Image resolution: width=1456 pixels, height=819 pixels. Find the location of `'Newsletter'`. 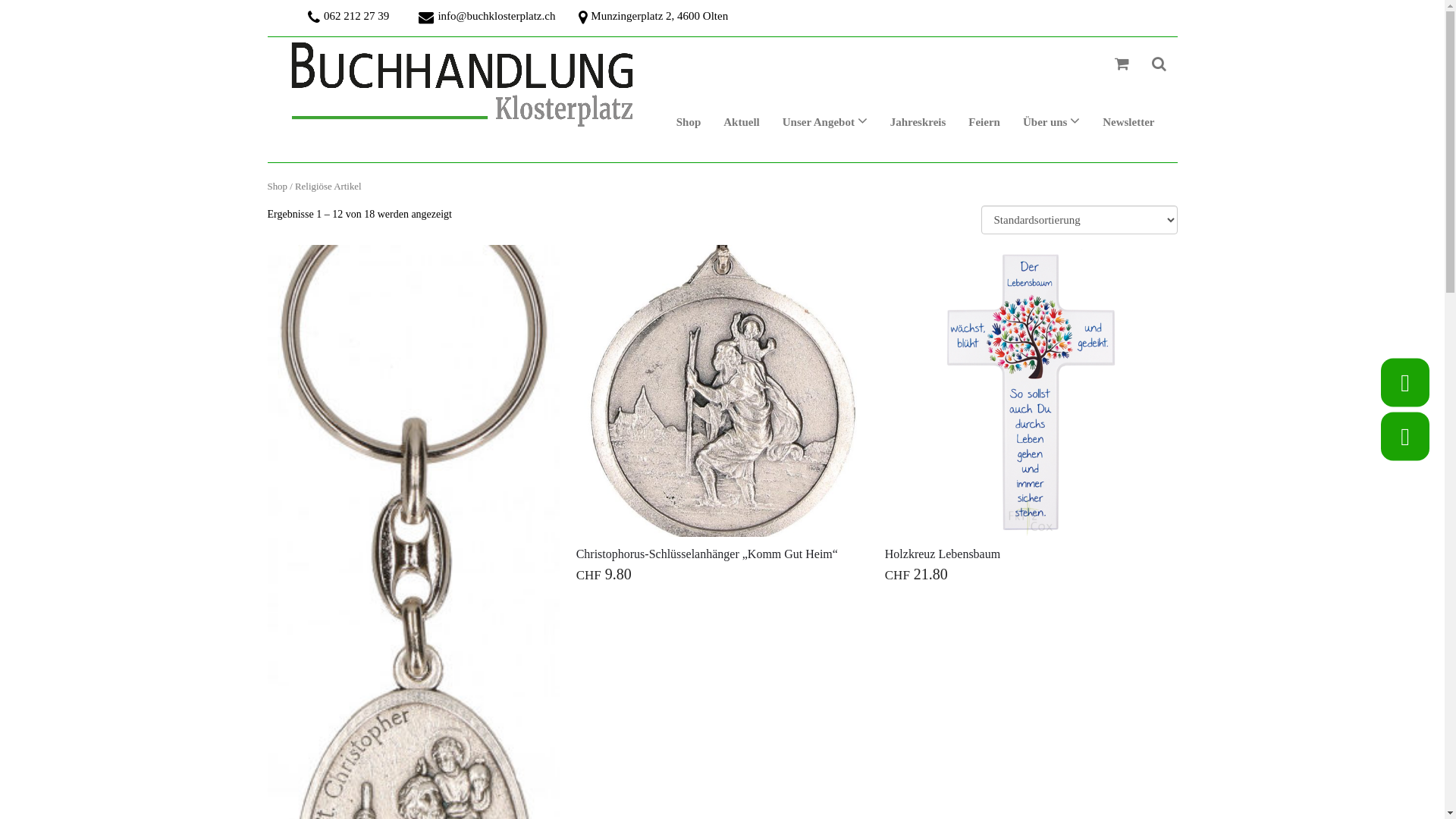

'Newsletter' is located at coordinates (1090, 121).